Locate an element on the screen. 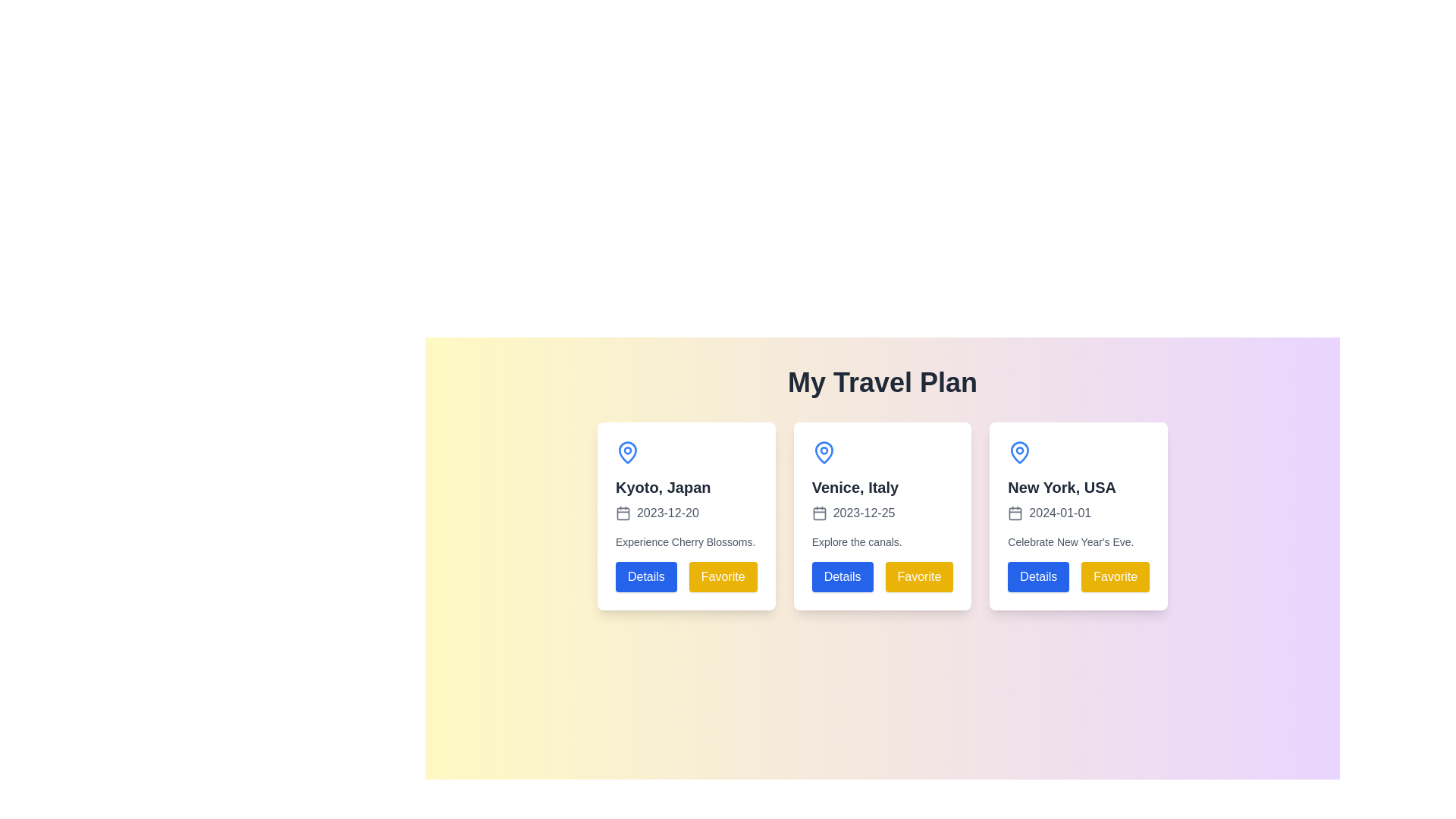 Image resolution: width=1456 pixels, height=819 pixels. the yellow 'Favorite' button in the button group located at the bottom section of the card for 'New York, USA' to mark the event as favorite is located at coordinates (1078, 576).